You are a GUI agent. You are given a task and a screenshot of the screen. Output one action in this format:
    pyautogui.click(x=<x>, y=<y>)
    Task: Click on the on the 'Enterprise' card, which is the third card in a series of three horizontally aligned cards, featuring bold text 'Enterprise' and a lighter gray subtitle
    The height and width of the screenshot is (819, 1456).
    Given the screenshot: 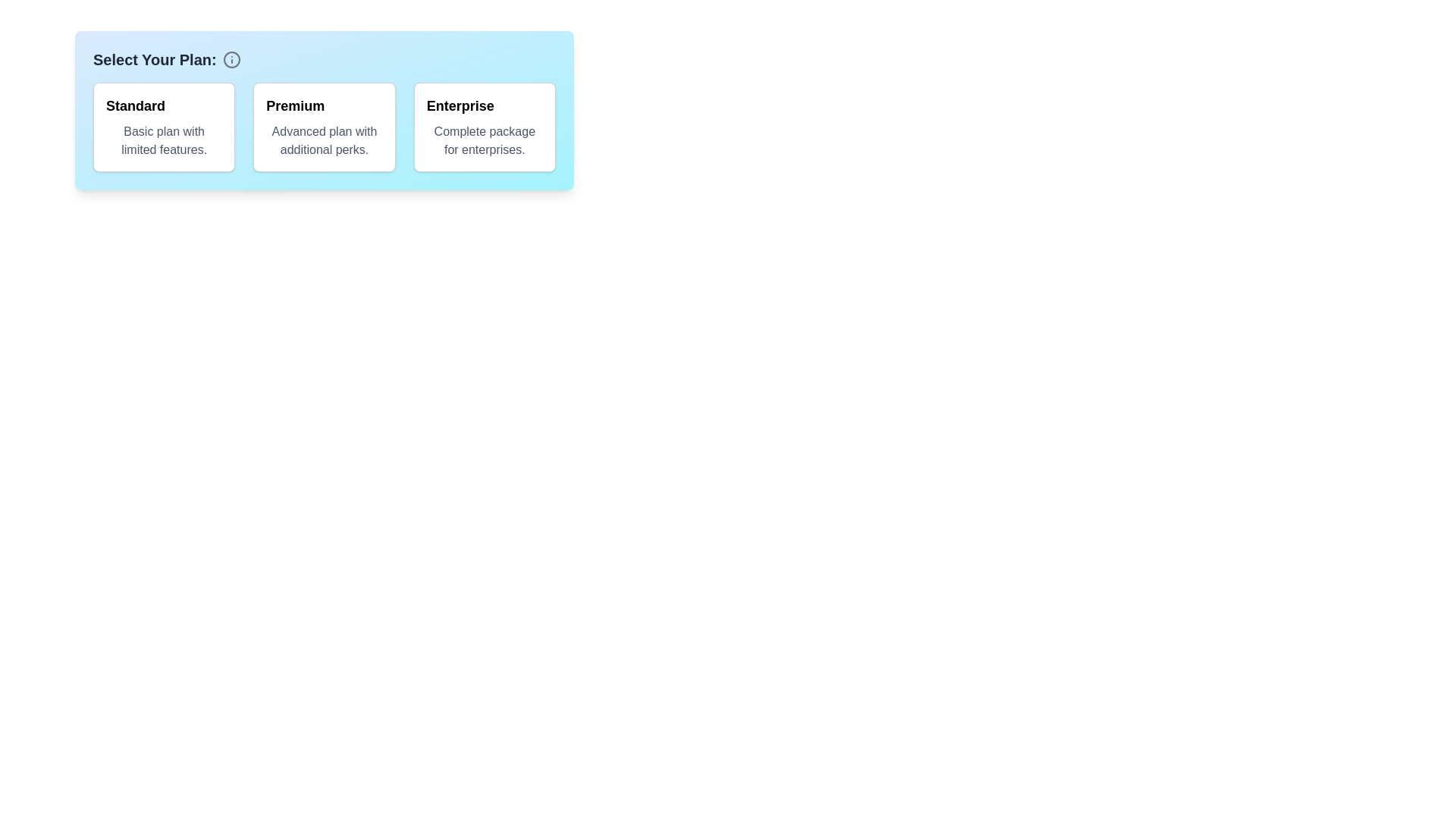 What is the action you would take?
    pyautogui.click(x=484, y=127)
    